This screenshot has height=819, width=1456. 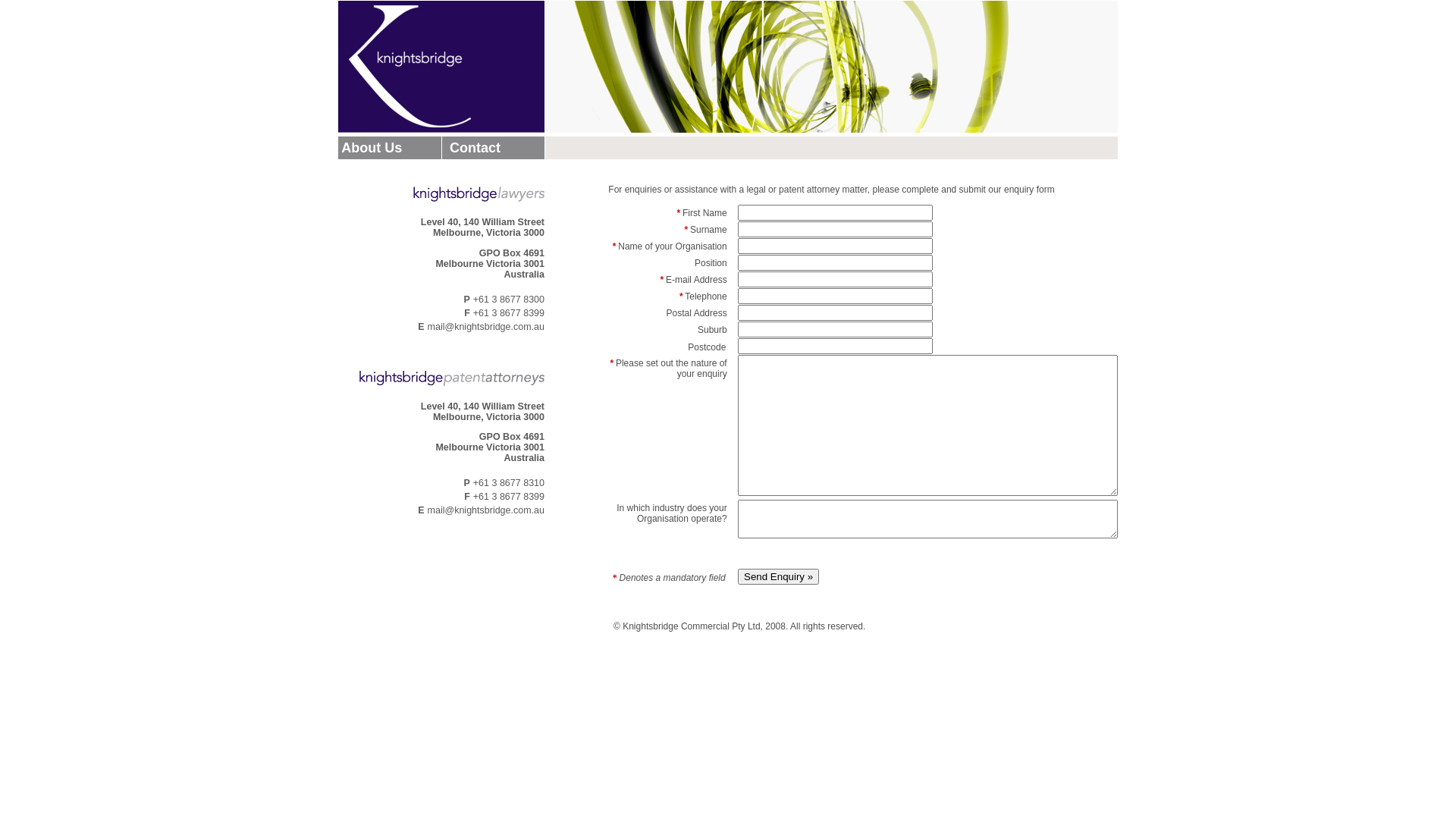 I want to click on 'First Name', so click(x=834, y=212).